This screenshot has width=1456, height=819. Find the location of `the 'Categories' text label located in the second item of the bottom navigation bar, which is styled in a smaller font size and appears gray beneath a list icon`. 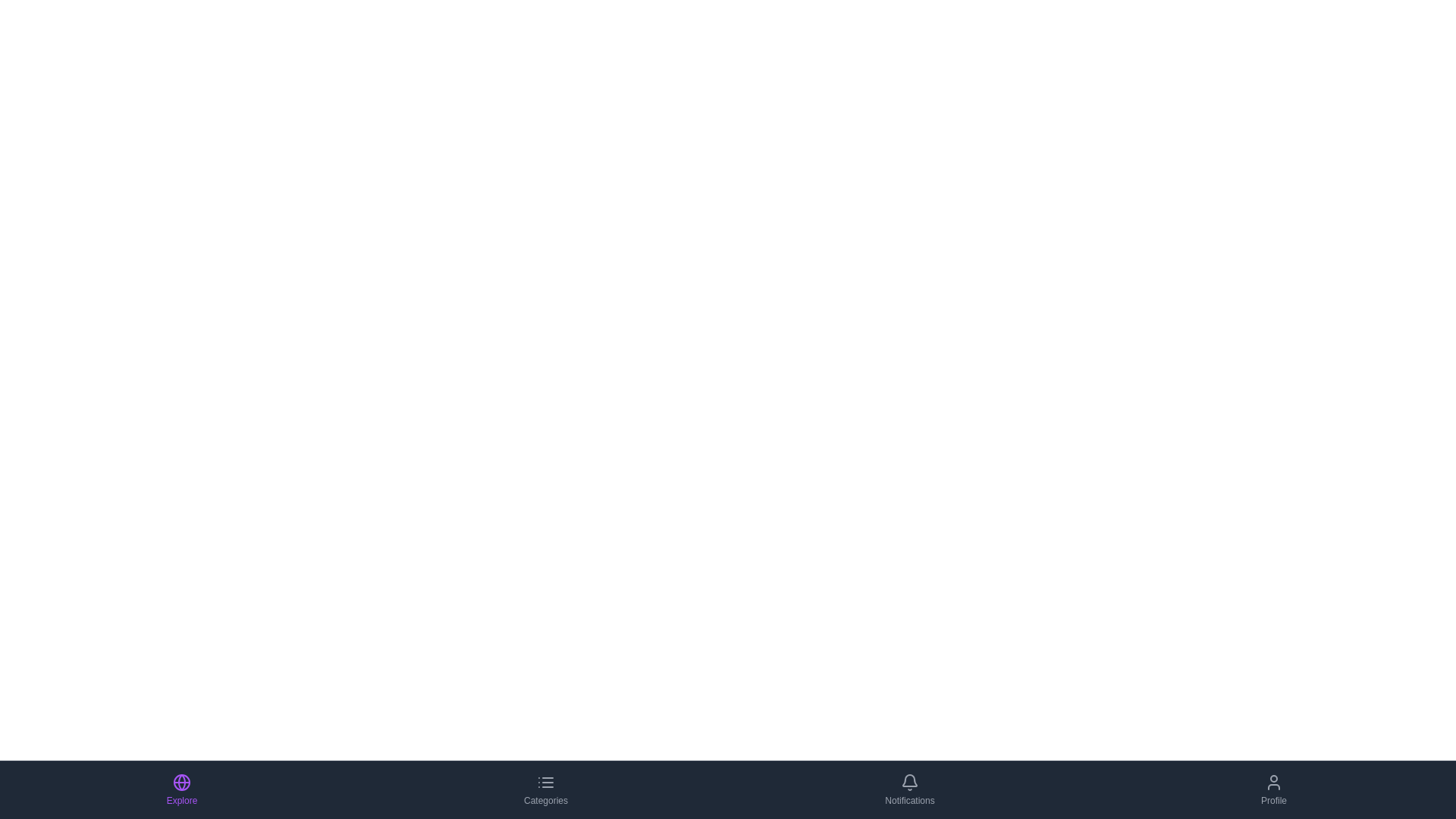

the 'Categories' text label located in the second item of the bottom navigation bar, which is styled in a smaller font size and appears gray beneath a list icon is located at coordinates (546, 800).